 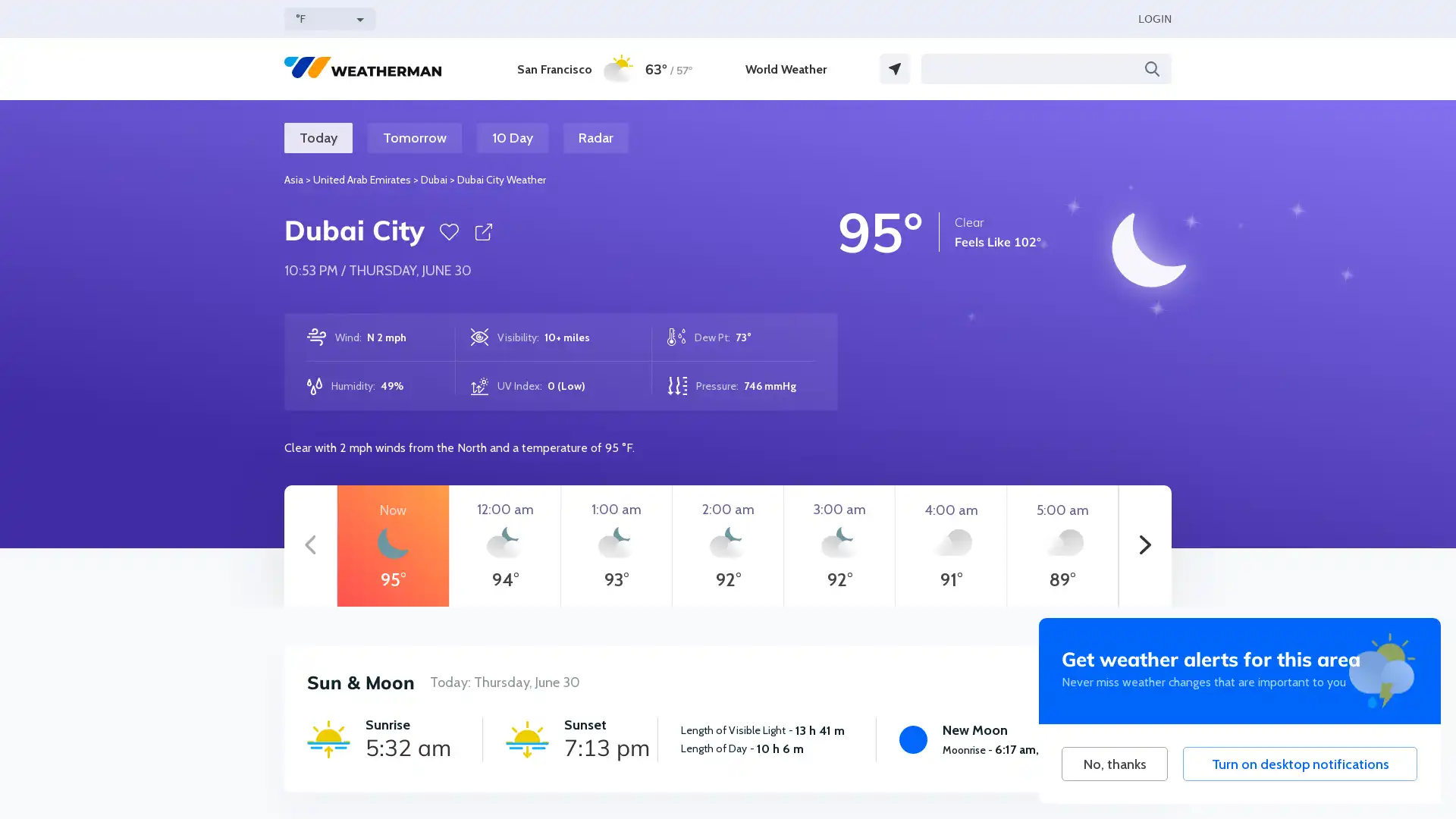 What do you see at coordinates (1145, 546) in the screenshot?
I see `Next hours` at bounding box center [1145, 546].